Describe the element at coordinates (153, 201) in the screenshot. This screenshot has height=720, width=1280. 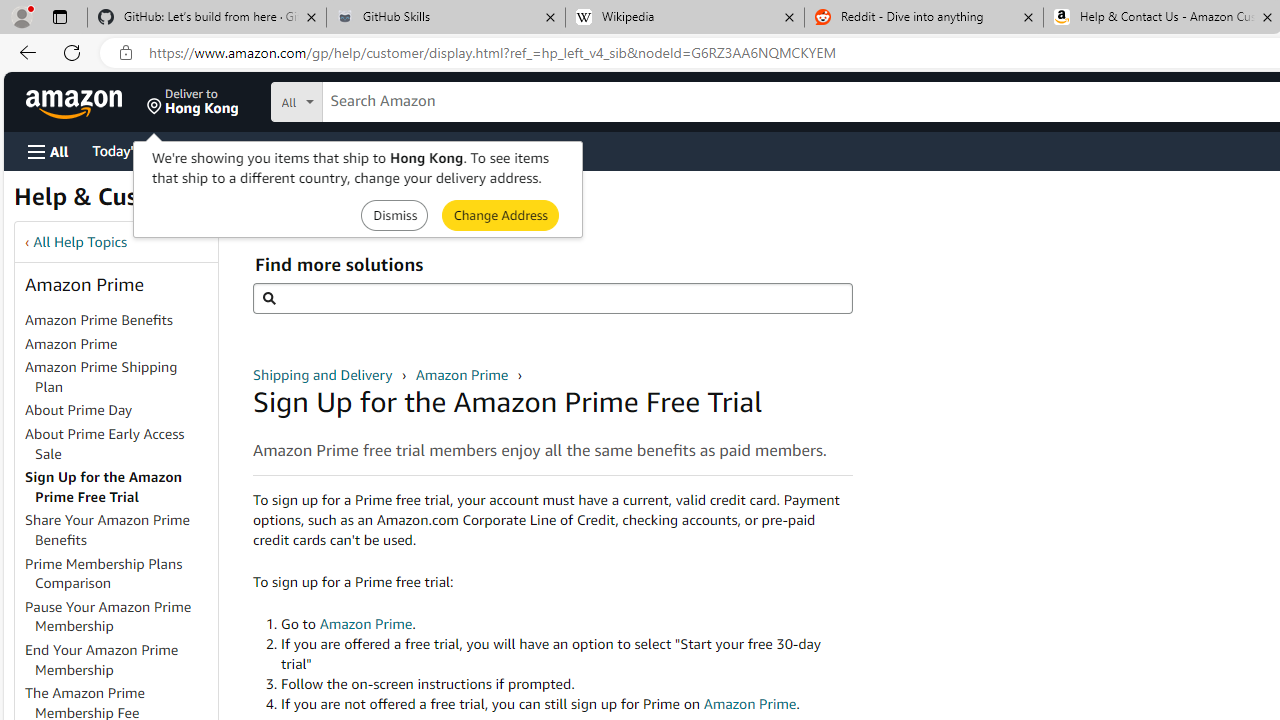
I see `'Help & Customer Service'` at that location.